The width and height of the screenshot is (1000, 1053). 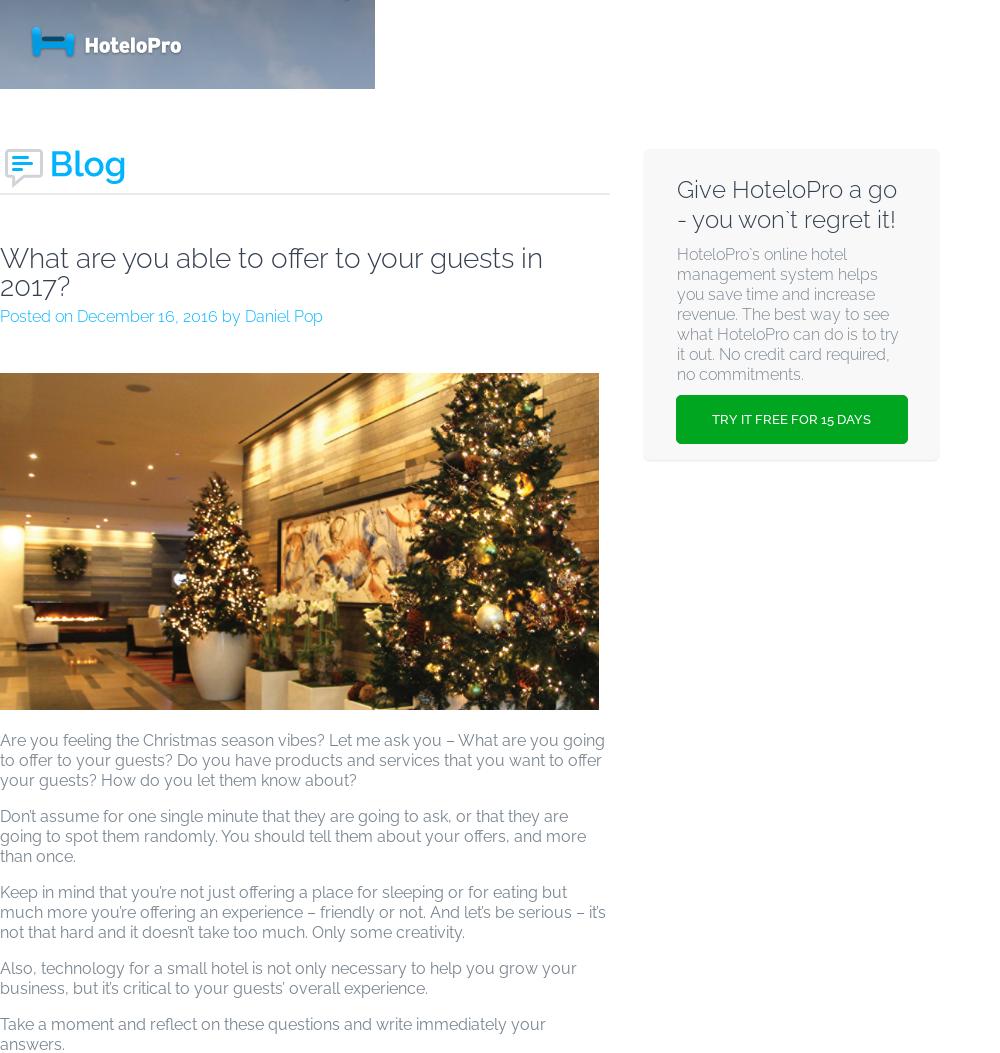 What do you see at coordinates (288, 978) in the screenshot?
I see `'Also, technology for a small hotel is not only necessary to help you grow your business, but it’s critical to your guests’ overall experience.'` at bounding box center [288, 978].